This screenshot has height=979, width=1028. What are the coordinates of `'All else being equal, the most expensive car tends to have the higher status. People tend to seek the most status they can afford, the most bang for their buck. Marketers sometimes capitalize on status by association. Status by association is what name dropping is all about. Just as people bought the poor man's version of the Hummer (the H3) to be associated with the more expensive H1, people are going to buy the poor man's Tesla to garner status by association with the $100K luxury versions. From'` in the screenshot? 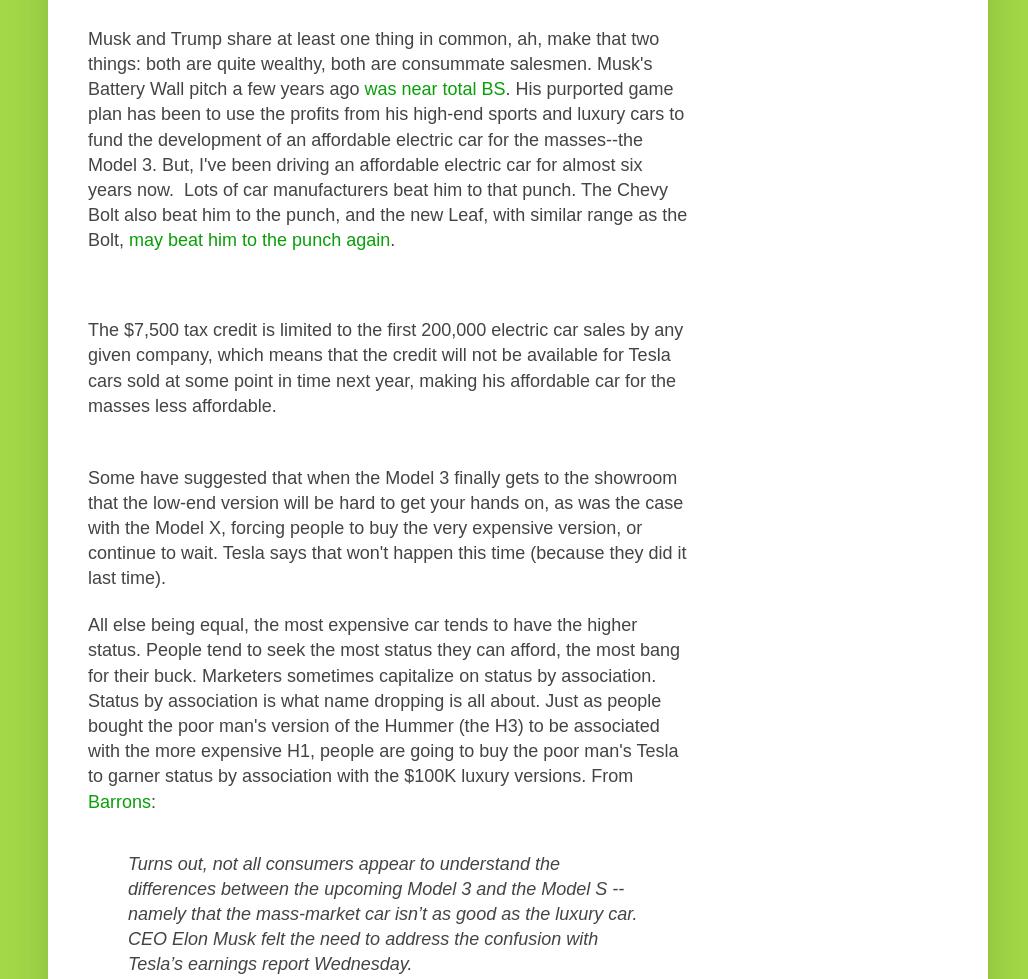 It's located at (382, 699).